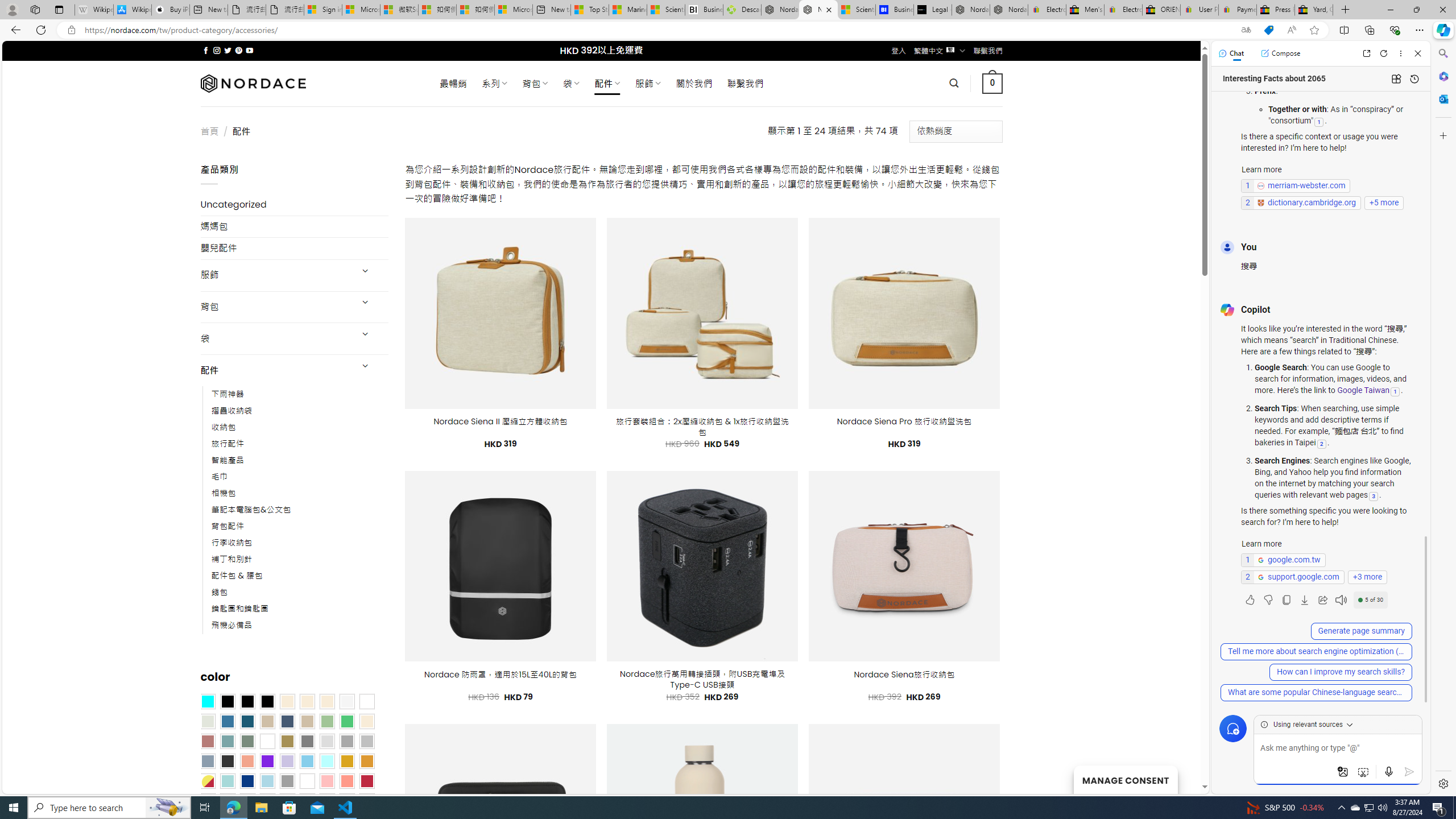 The height and width of the screenshot is (819, 1456). Describe the element at coordinates (1268, 30) in the screenshot. I see `'This site has coupons! Shopping in Microsoft Edge'` at that location.